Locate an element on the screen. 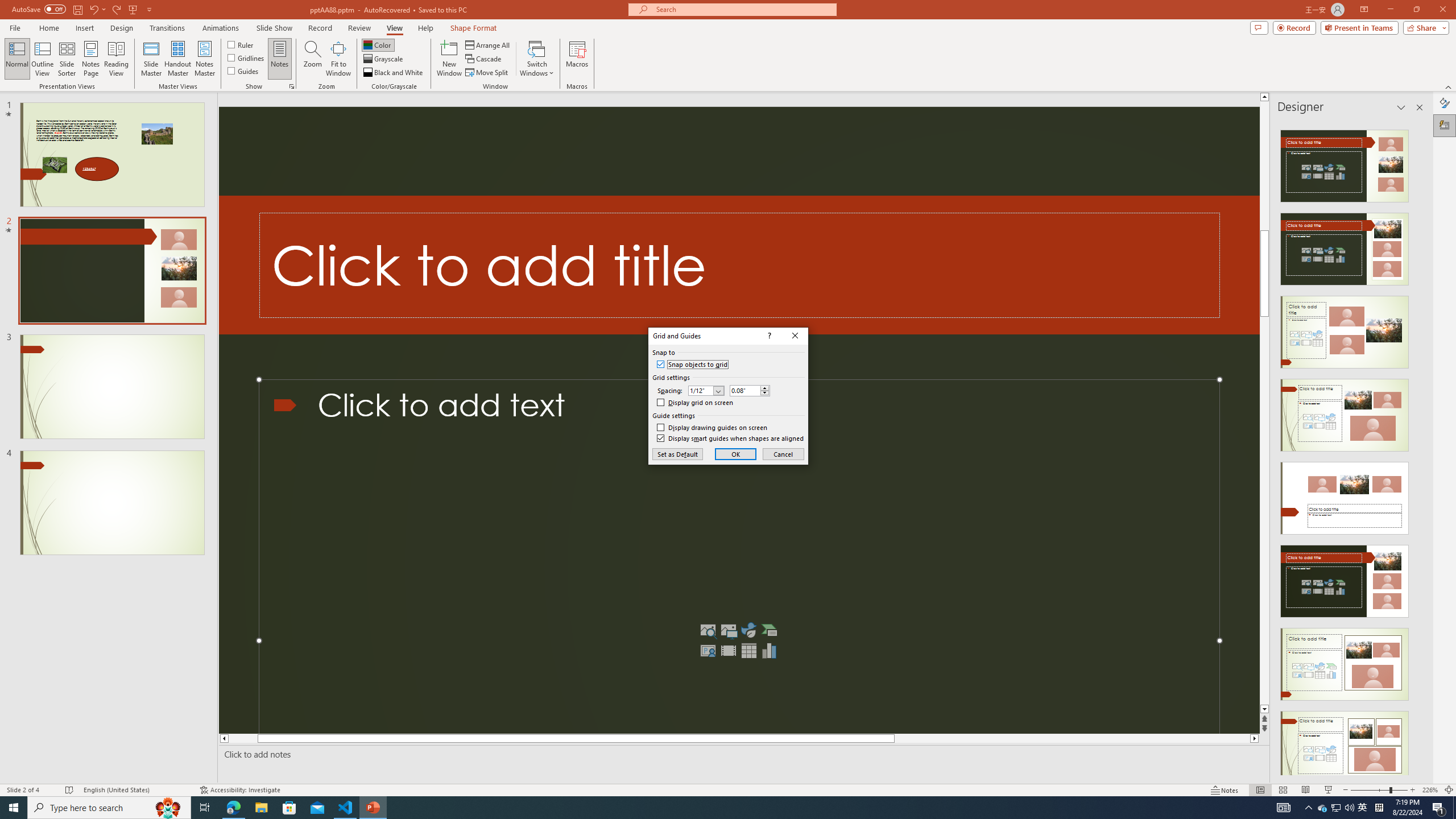 This screenshot has width=1456, height=819. 'Switch Windows' is located at coordinates (536, 59).